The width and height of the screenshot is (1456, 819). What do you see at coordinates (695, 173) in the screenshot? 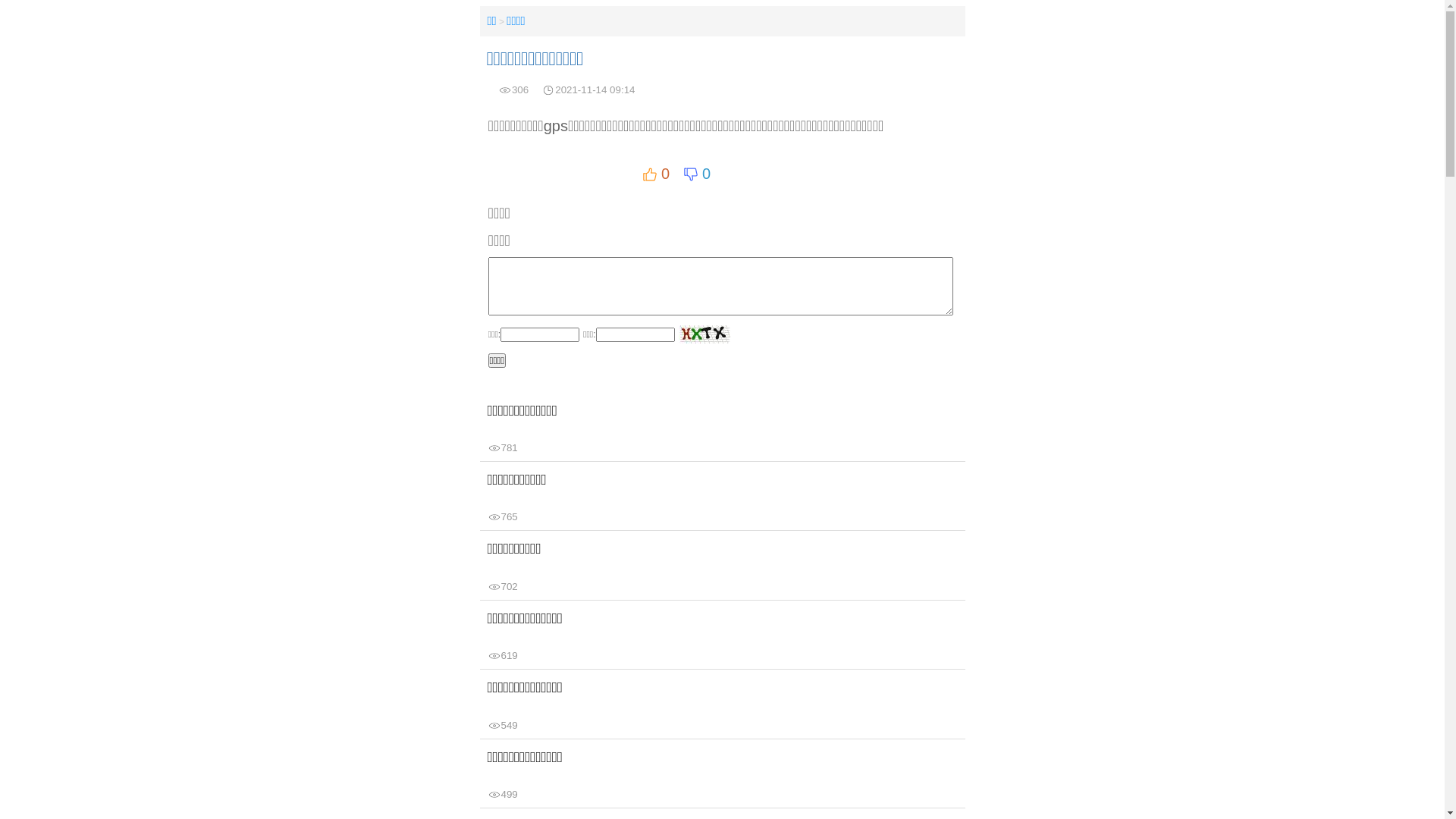
I see `'0'` at bounding box center [695, 173].